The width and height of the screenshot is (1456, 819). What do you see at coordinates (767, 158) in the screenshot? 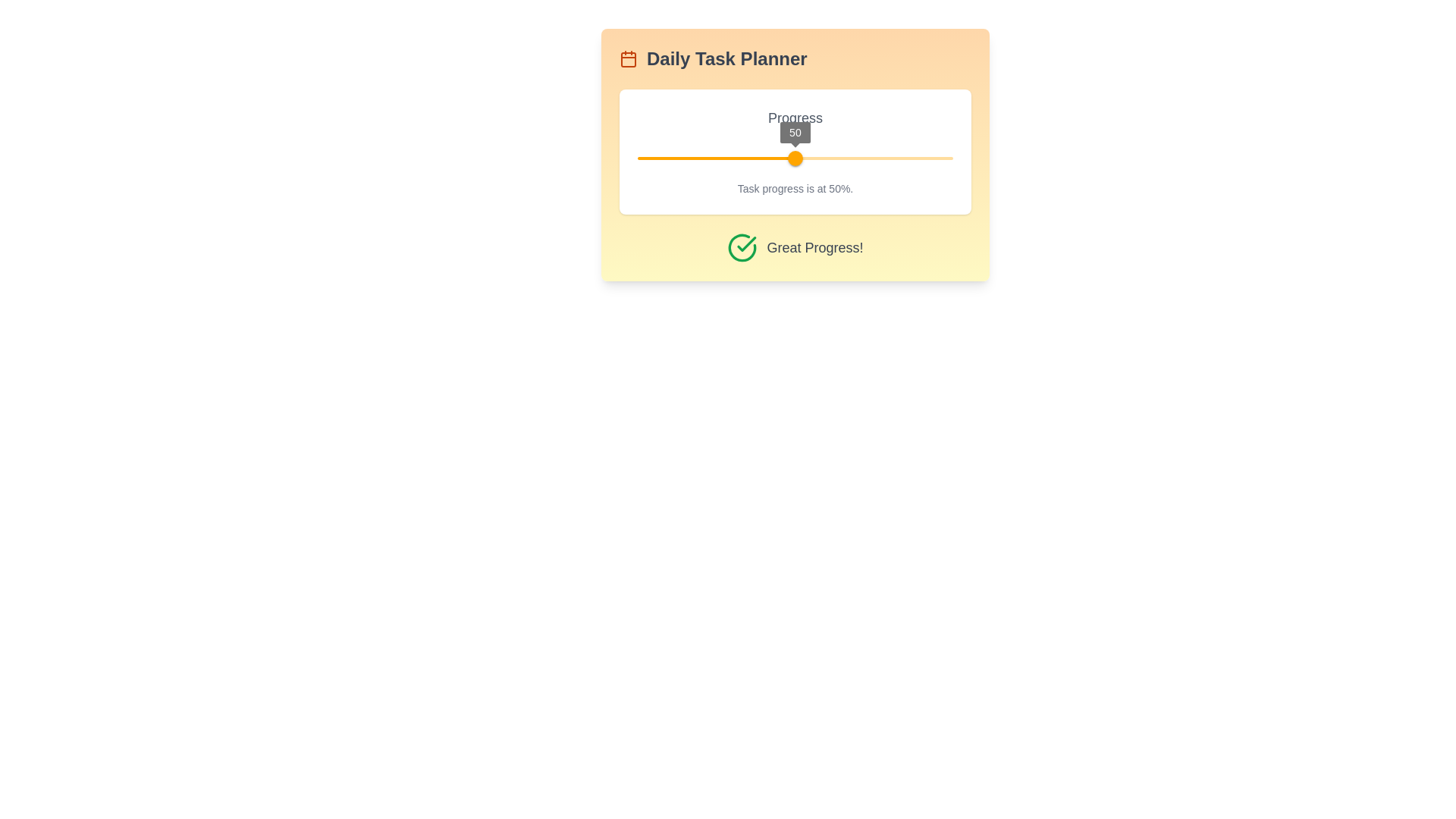
I see `the progress value` at bounding box center [767, 158].